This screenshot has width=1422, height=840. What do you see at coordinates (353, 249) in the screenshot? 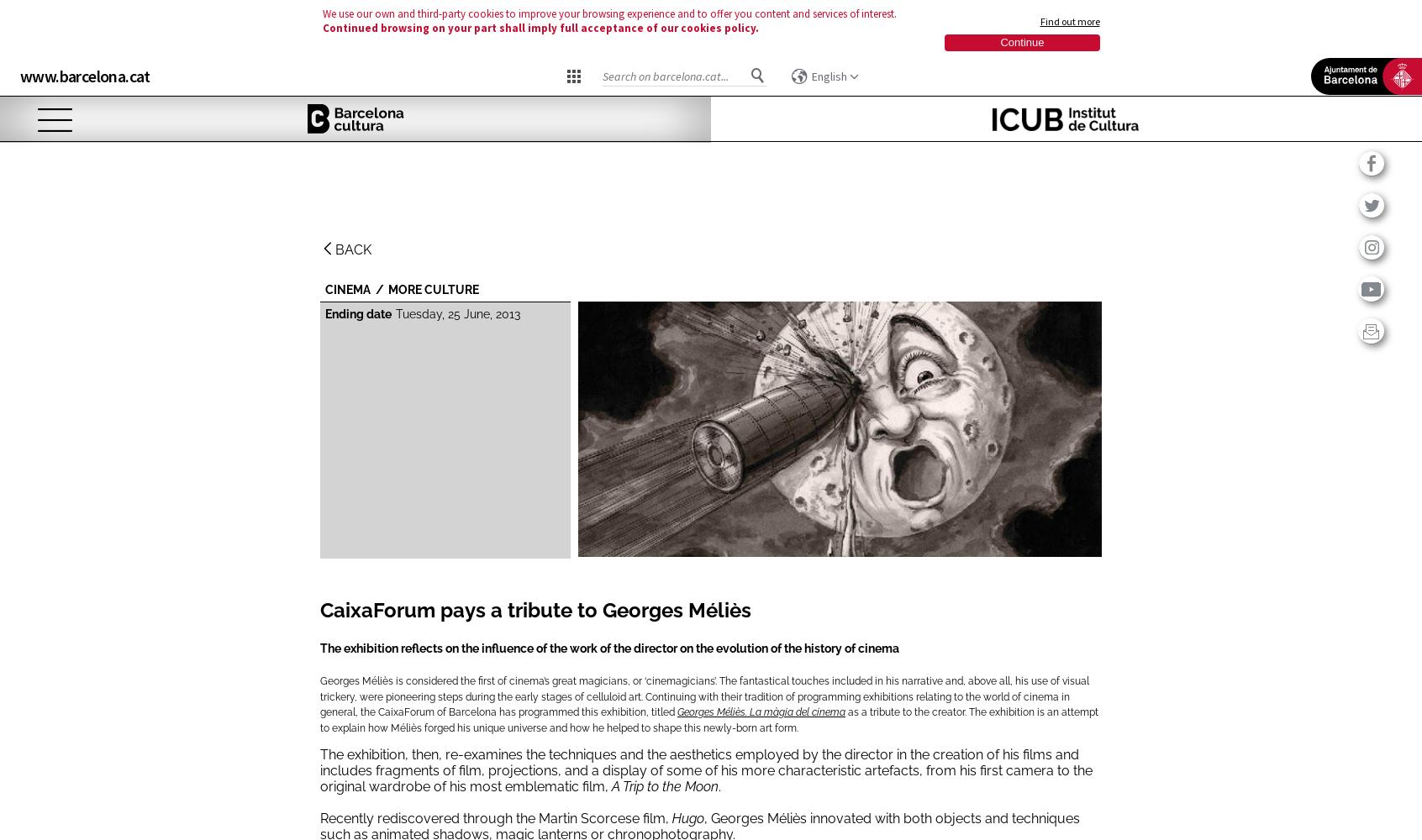
I see `'Back'` at bounding box center [353, 249].